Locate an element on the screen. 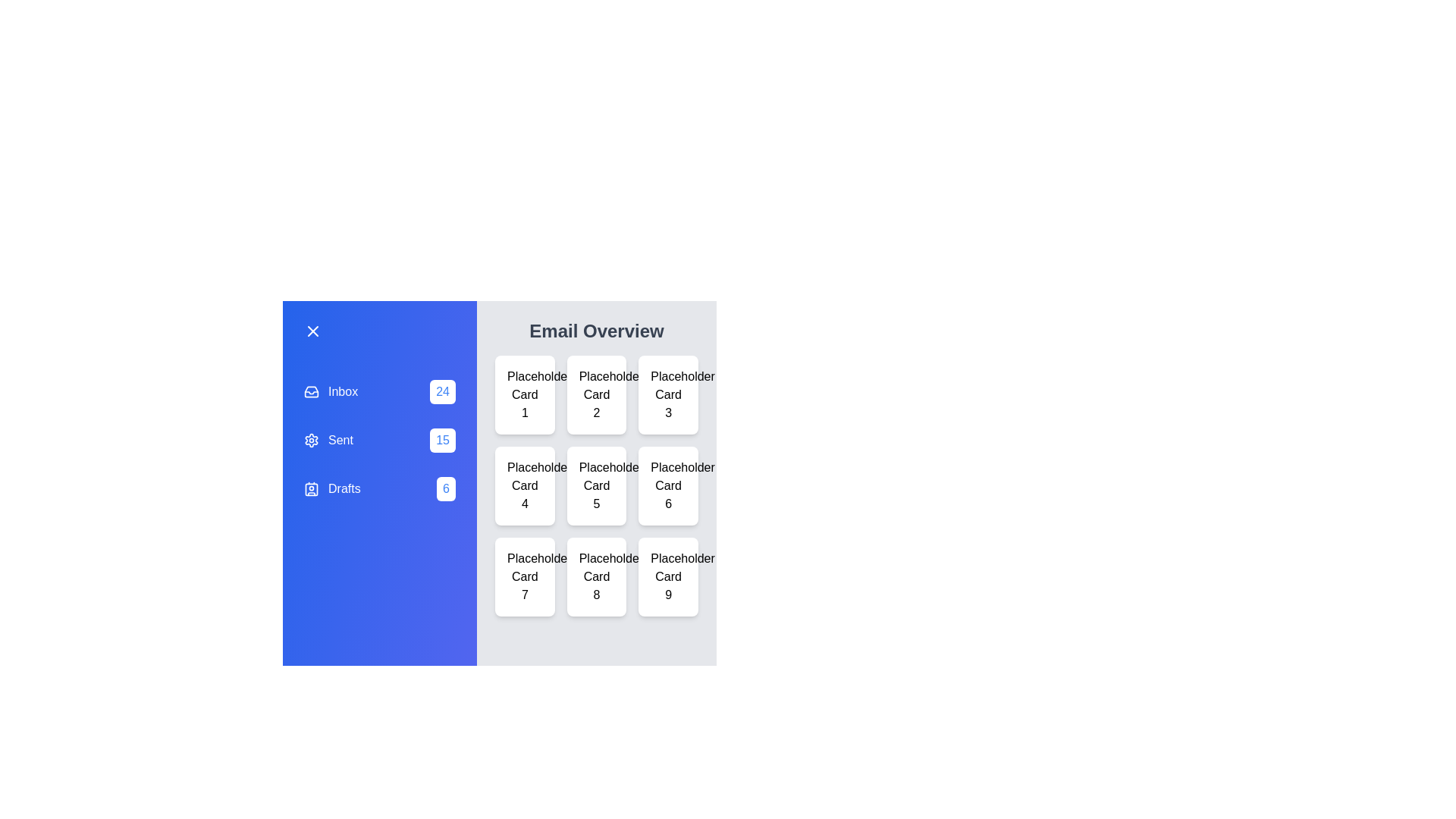 The width and height of the screenshot is (1456, 819). the folder labeled Drafts to select it is located at coordinates (379, 488).